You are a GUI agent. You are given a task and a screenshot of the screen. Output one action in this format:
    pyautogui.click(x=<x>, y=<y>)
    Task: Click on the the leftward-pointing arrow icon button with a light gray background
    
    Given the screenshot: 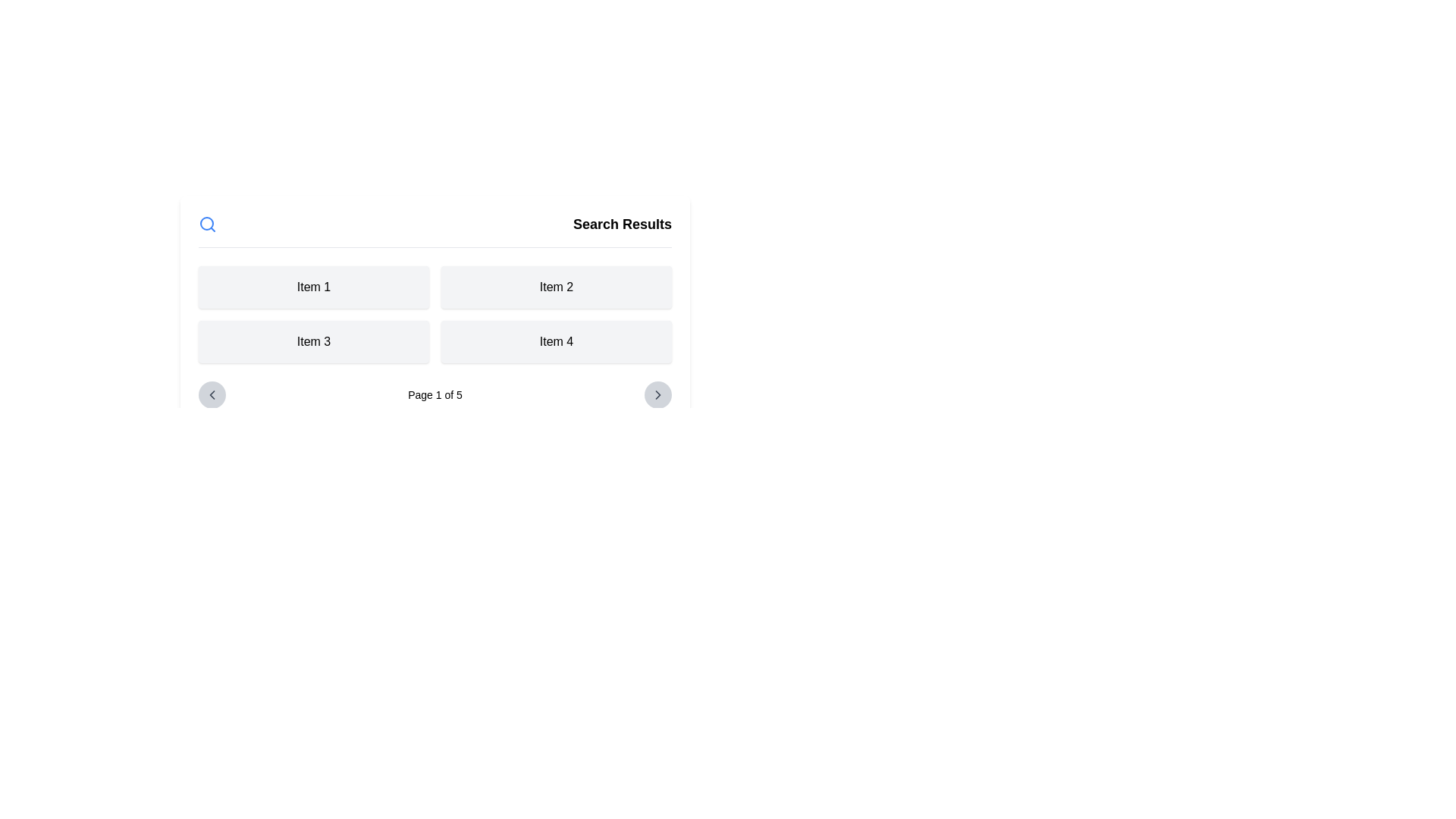 What is the action you would take?
    pyautogui.click(x=211, y=394)
    